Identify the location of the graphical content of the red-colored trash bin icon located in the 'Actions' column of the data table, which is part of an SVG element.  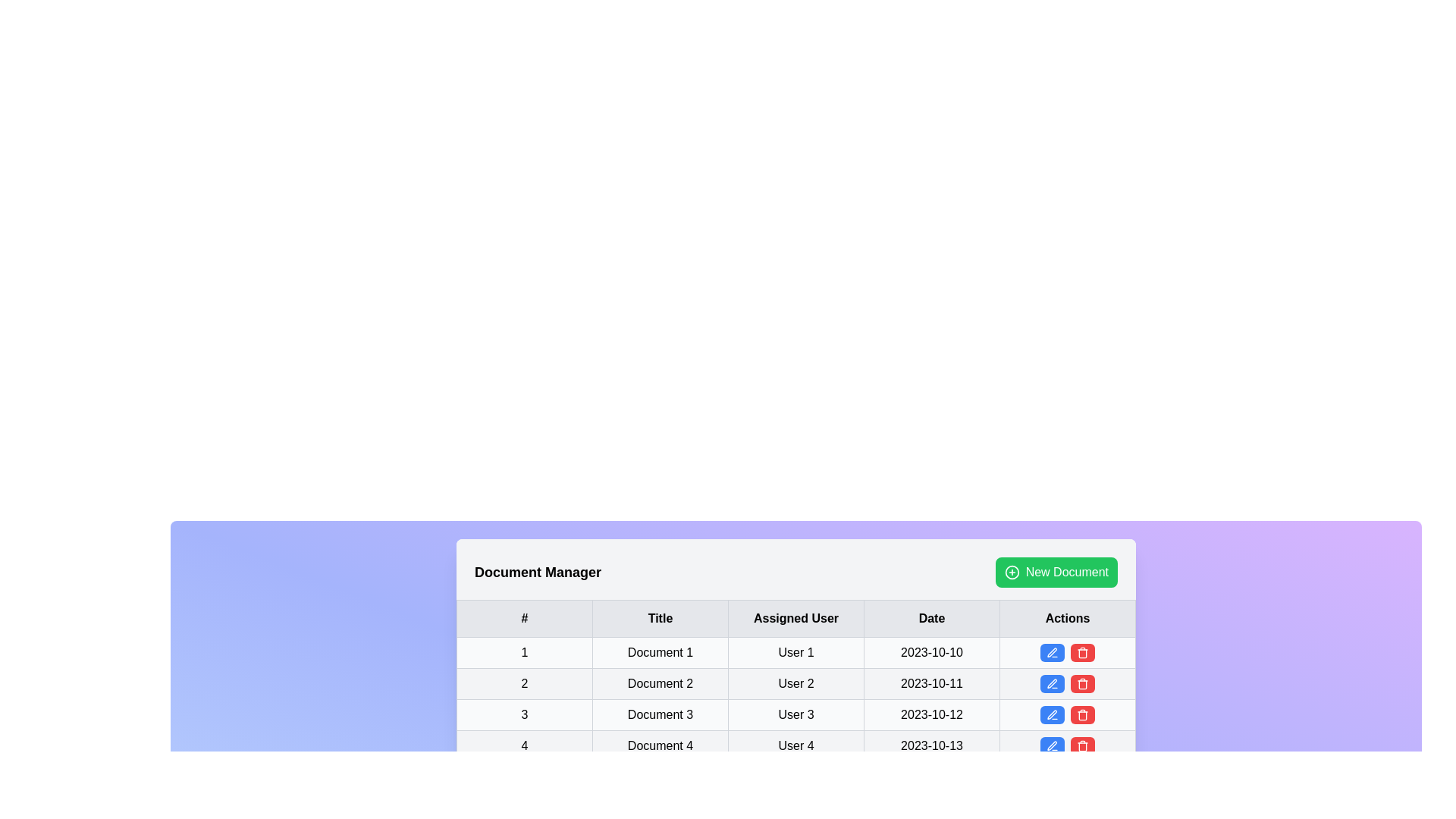
(1082, 716).